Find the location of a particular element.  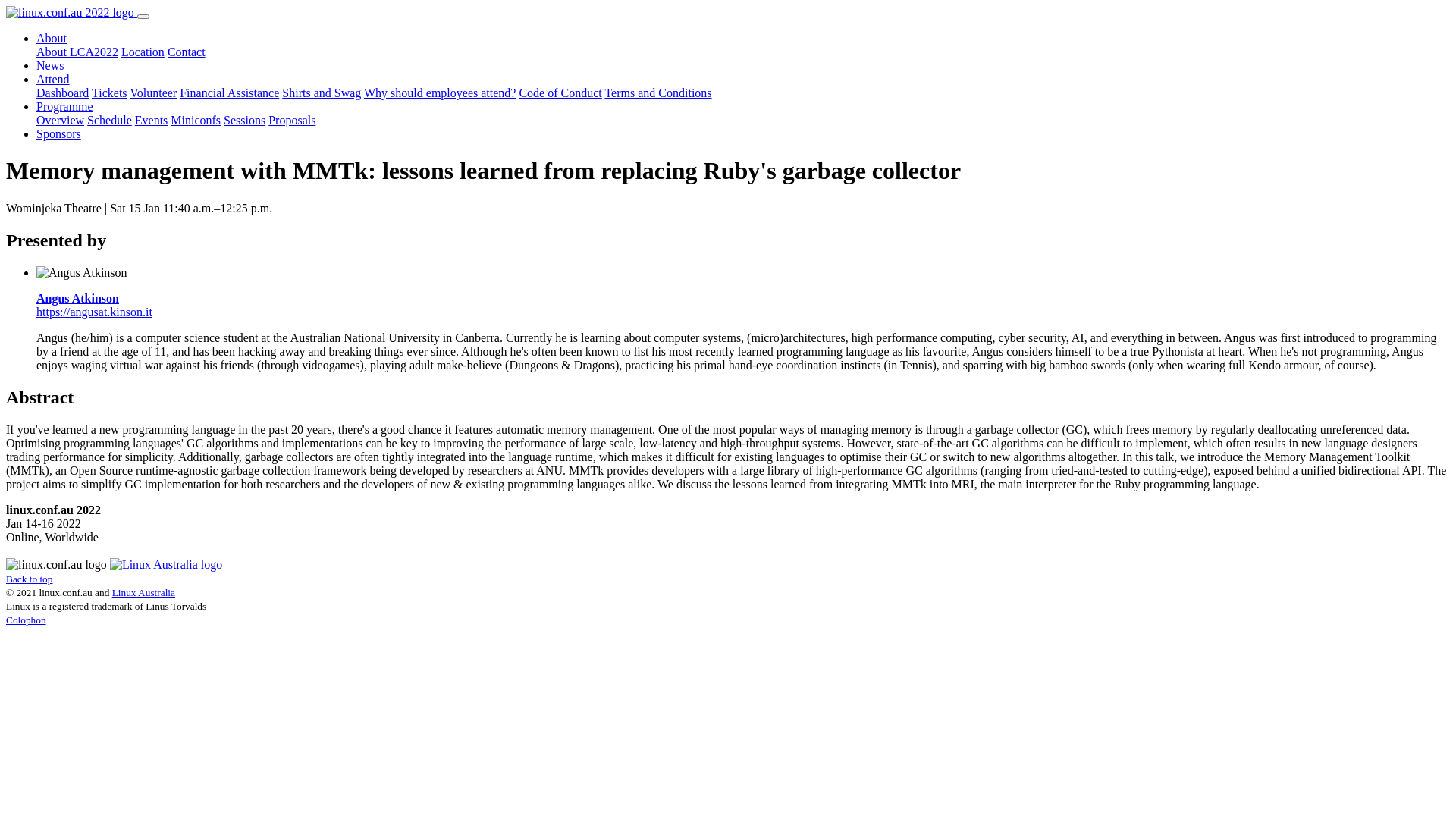

'Why should employees attend?' is located at coordinates (364, 93).